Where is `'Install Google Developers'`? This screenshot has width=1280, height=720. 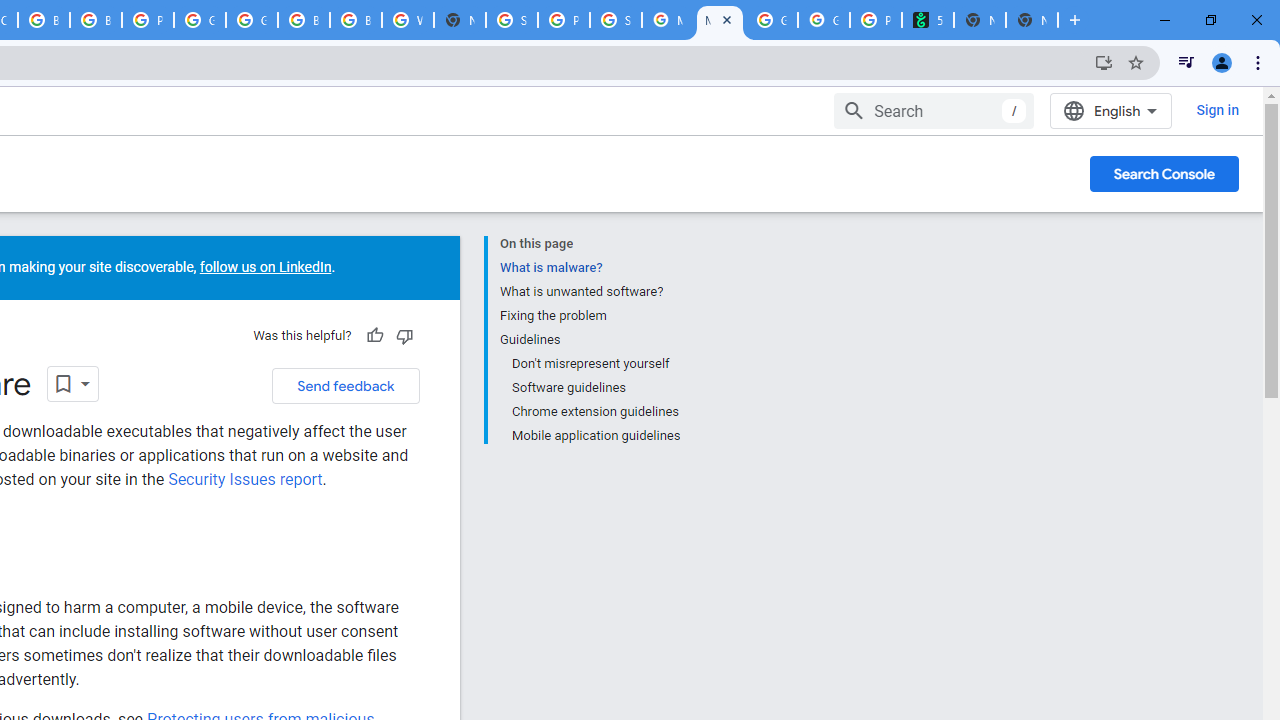 'Install Google Developers' is located at coordinates (1103, 61).